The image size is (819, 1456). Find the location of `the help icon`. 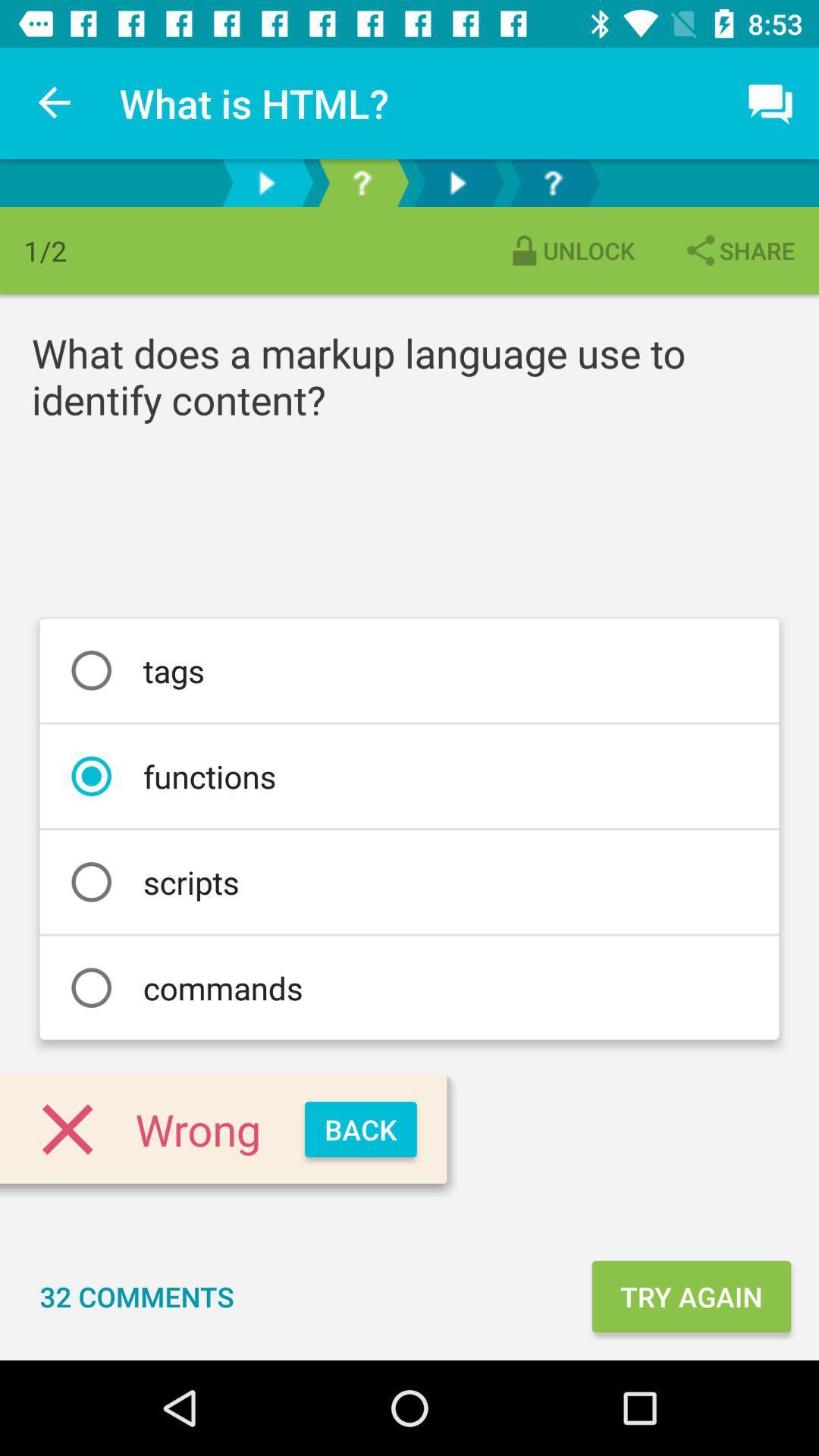

the help icon is located at coordinates (362, 182).